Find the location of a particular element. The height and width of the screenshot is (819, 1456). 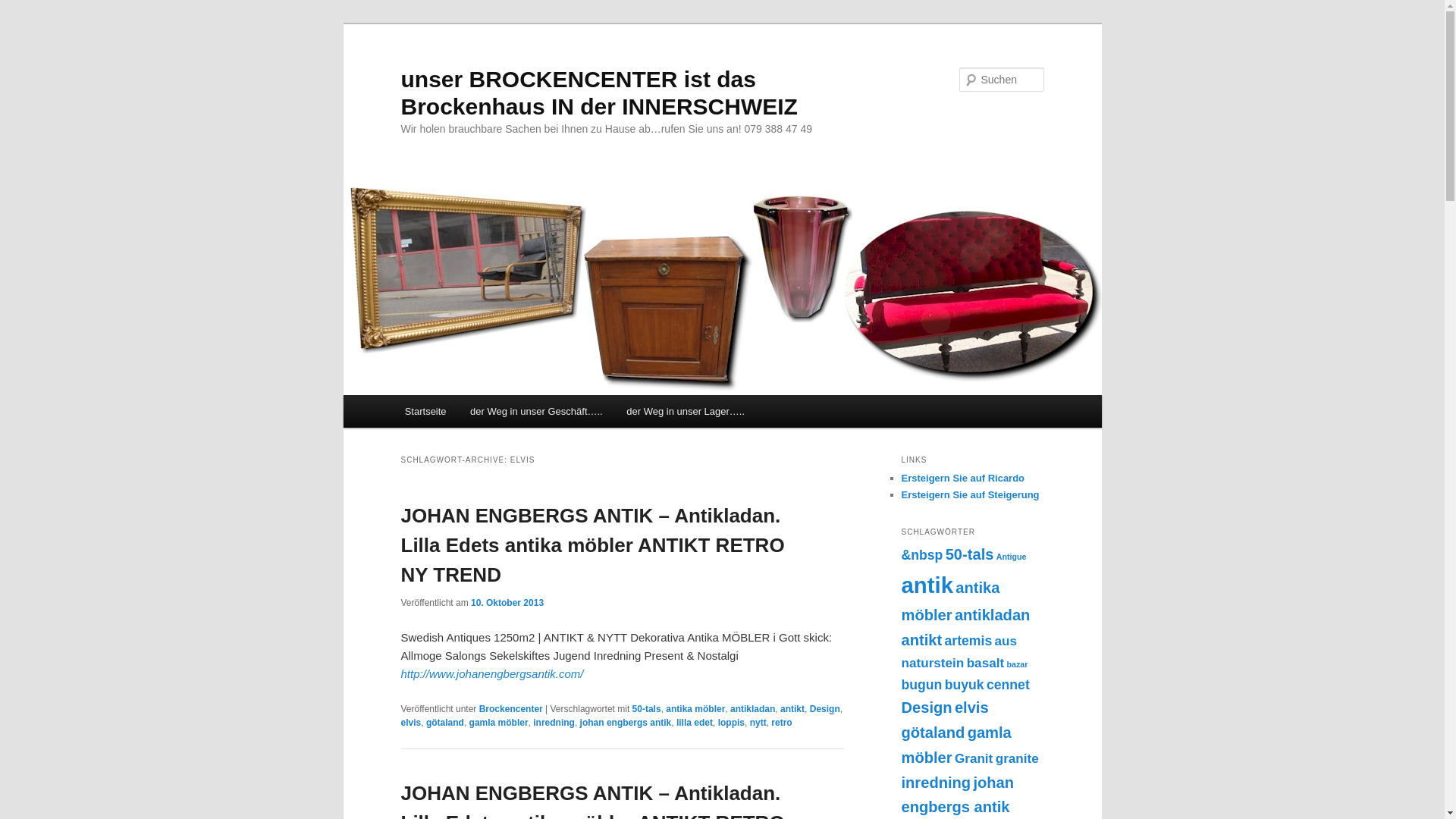

'bazar' is located at coordinates (1016, 663).